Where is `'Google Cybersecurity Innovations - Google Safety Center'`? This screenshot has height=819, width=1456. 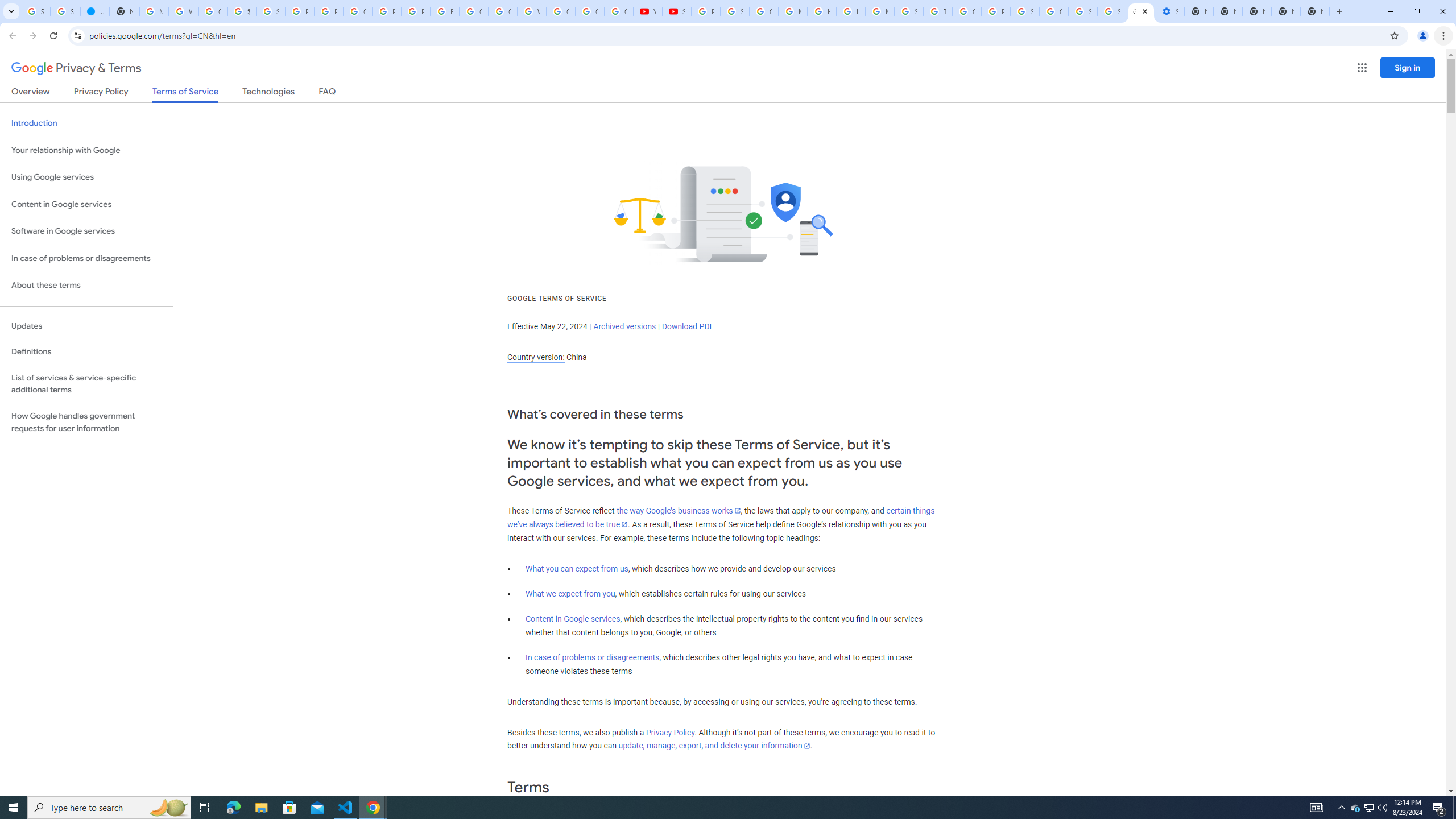
'Google Cybersecurity Innovations - Google Safety Center' is located at coordinates (1054, 11).